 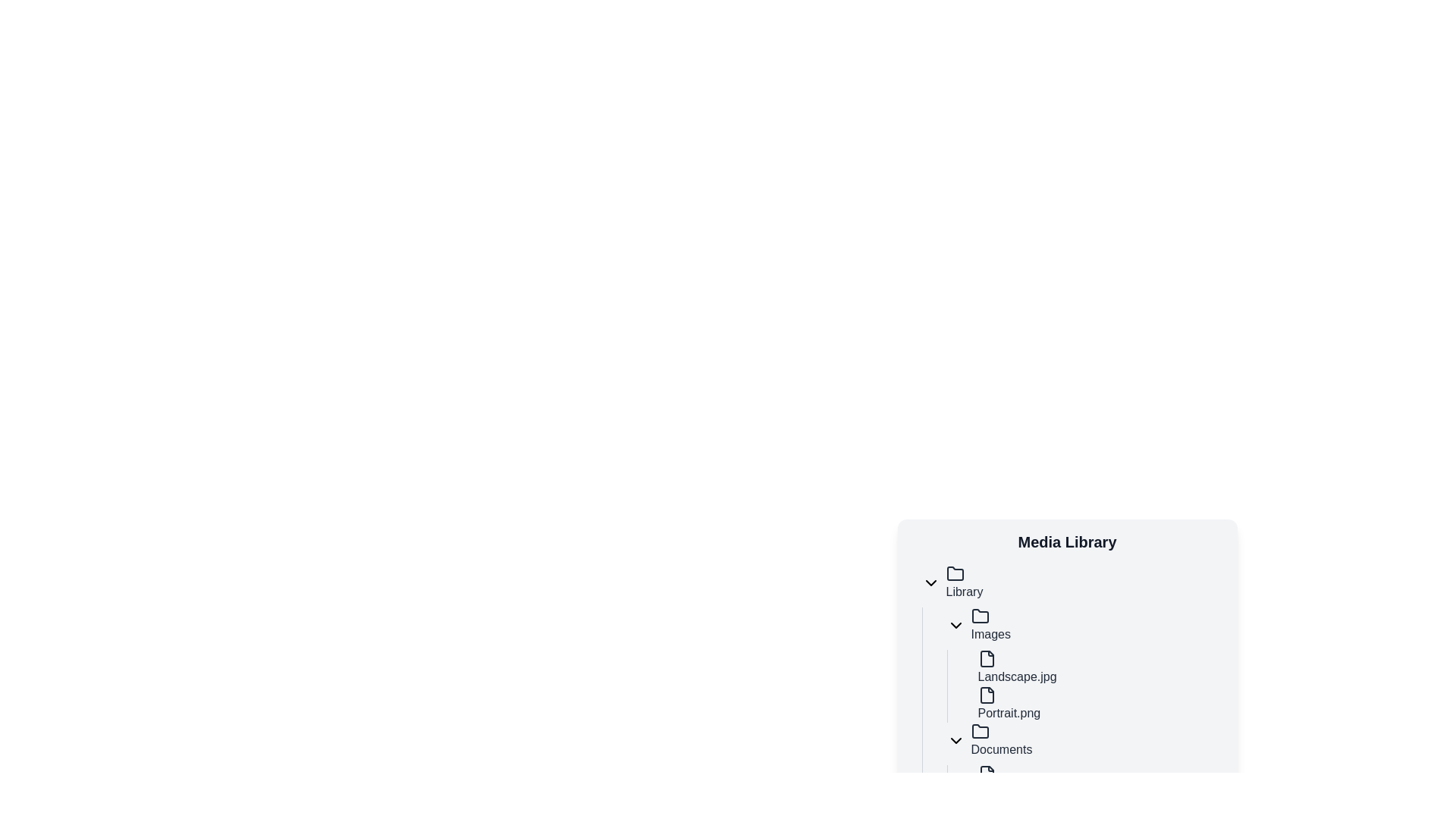 What do you see at coordinates (987, 774) in the screenshot?
I see `the icon representing a file or document located at the bottom of the 'Media Library' section, beneath the 'Documents' folder` at bounding box center [987, 774].